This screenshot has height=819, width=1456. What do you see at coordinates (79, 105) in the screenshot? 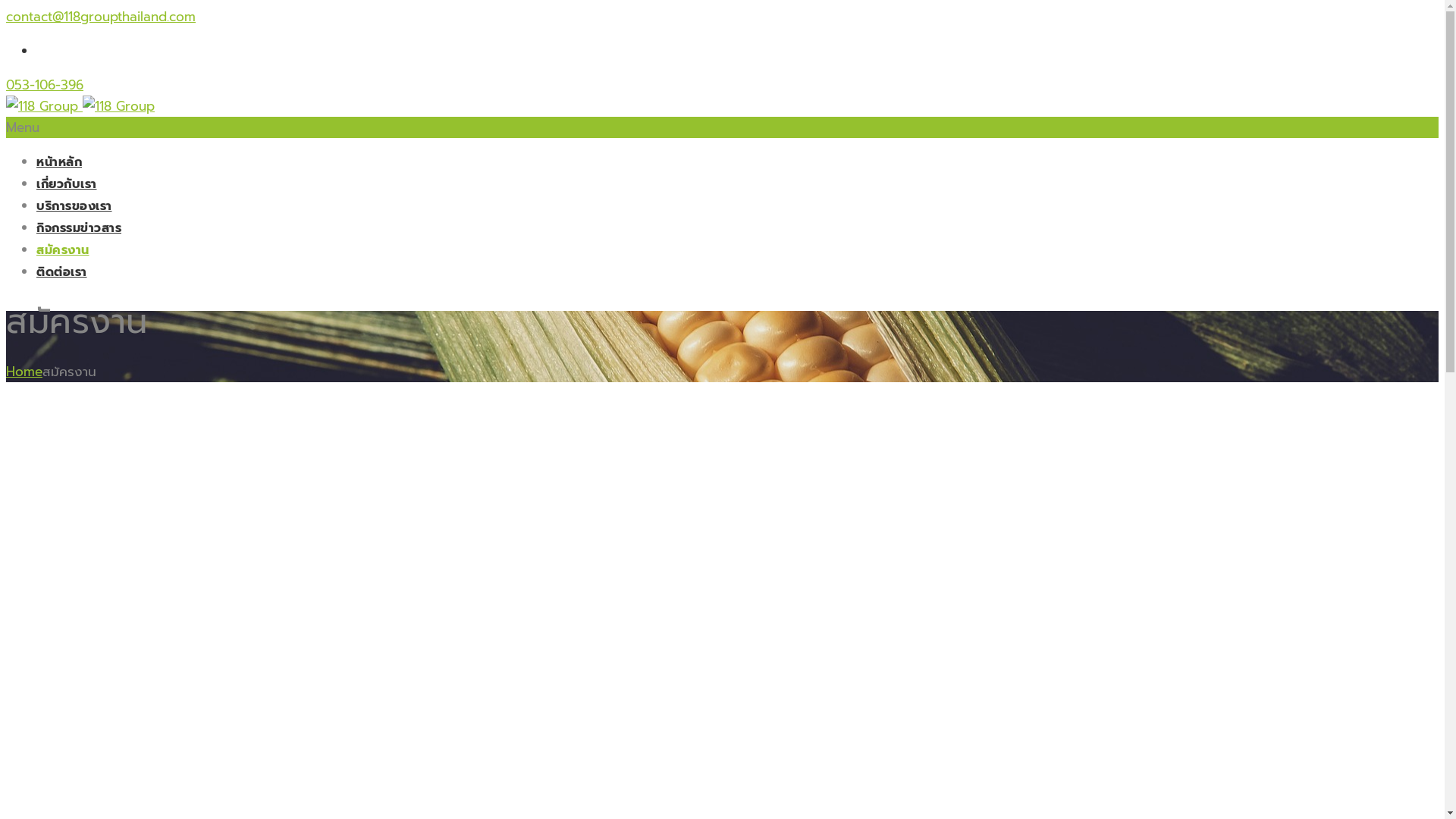
I see `'118 Group'` at bounding box center [79, 105].